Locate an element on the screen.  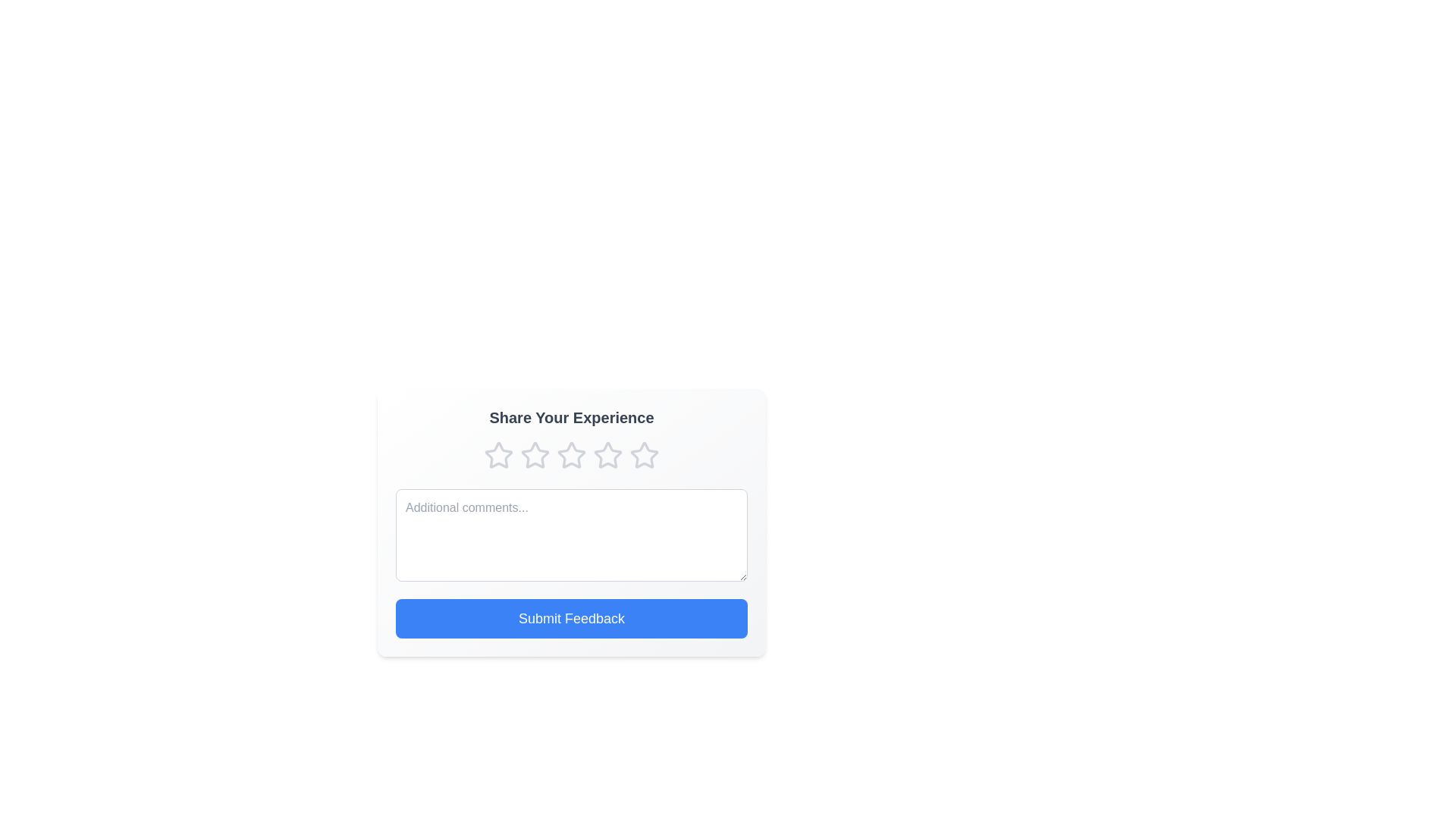
the fourth interactive star icon for rating, which is styled as a hollow star outline with a thin gray border is located at coordinates (607, 454).